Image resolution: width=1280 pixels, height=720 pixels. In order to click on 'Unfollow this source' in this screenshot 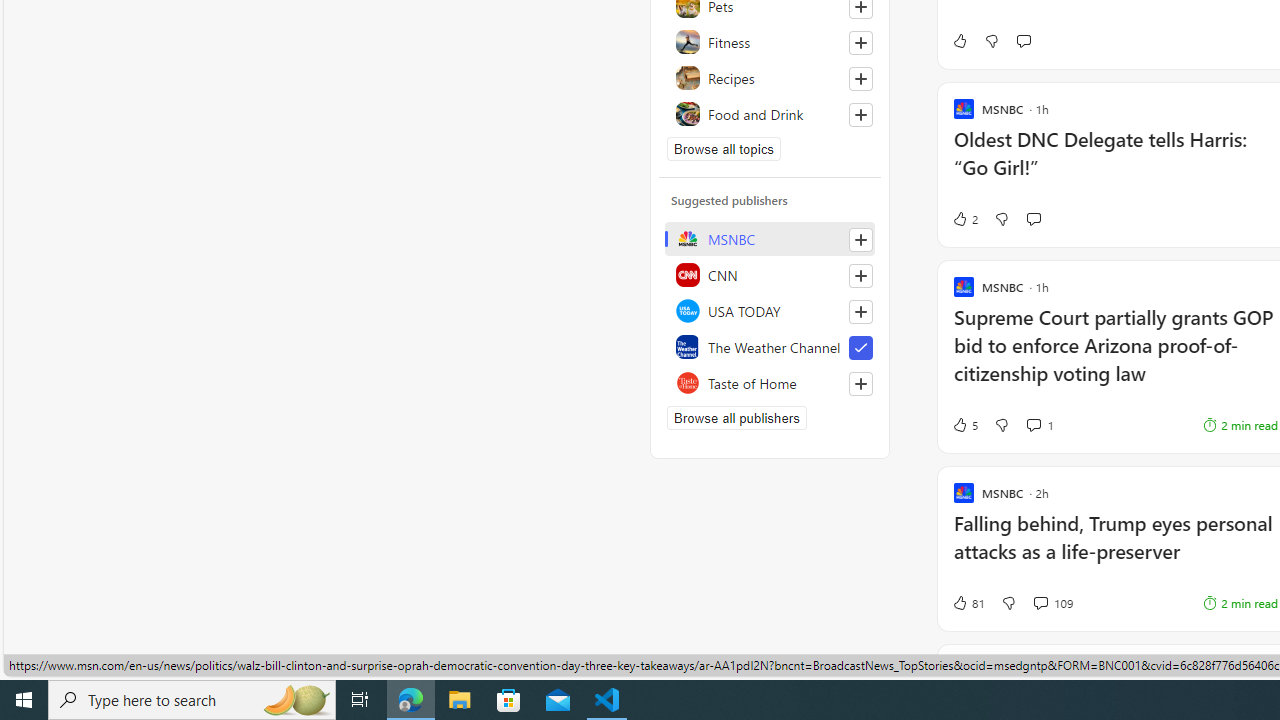, I will do `click(860, 347)`.